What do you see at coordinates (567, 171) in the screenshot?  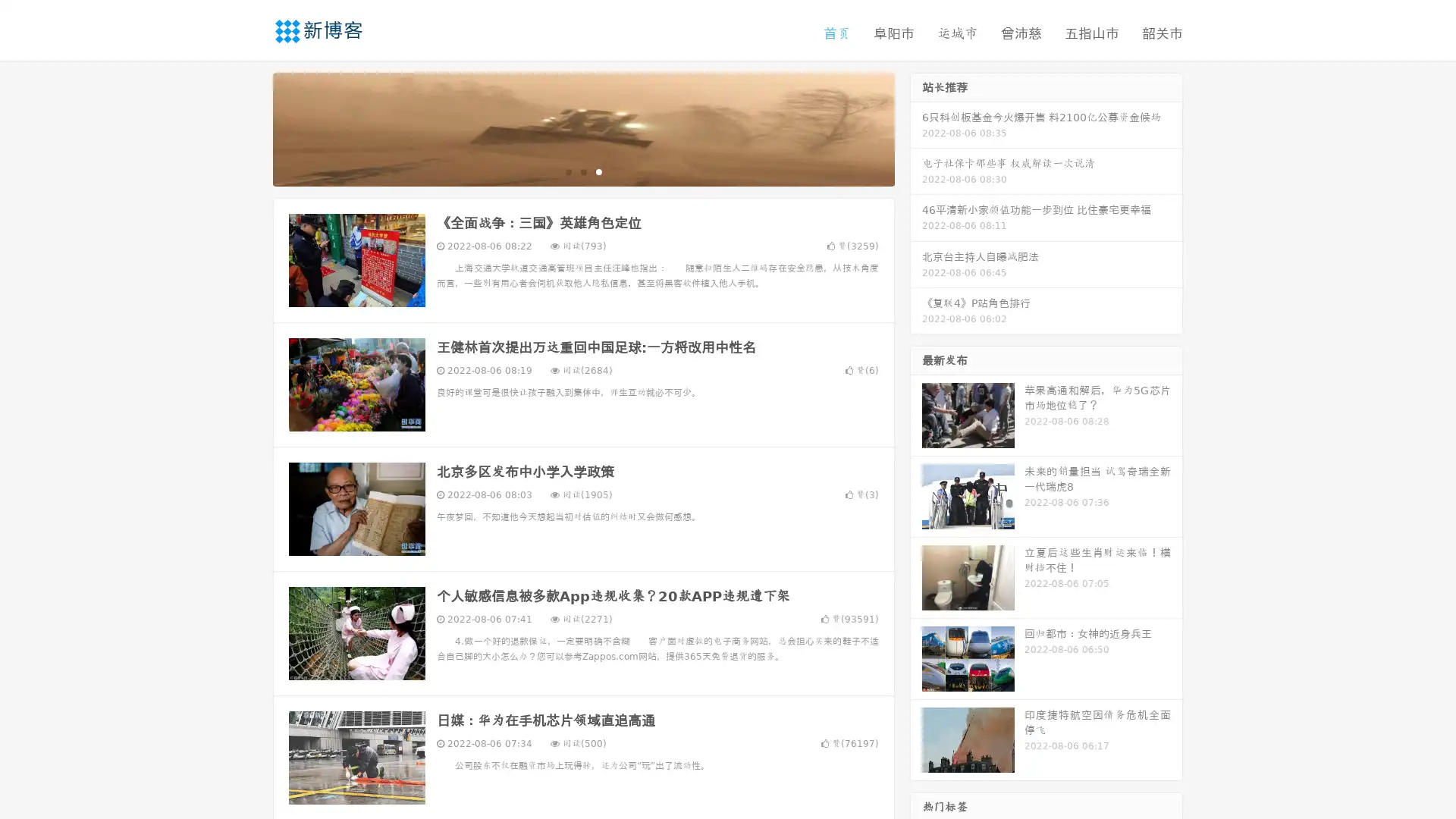 I see `Go to slide 1` at bounding box center [567, 171].